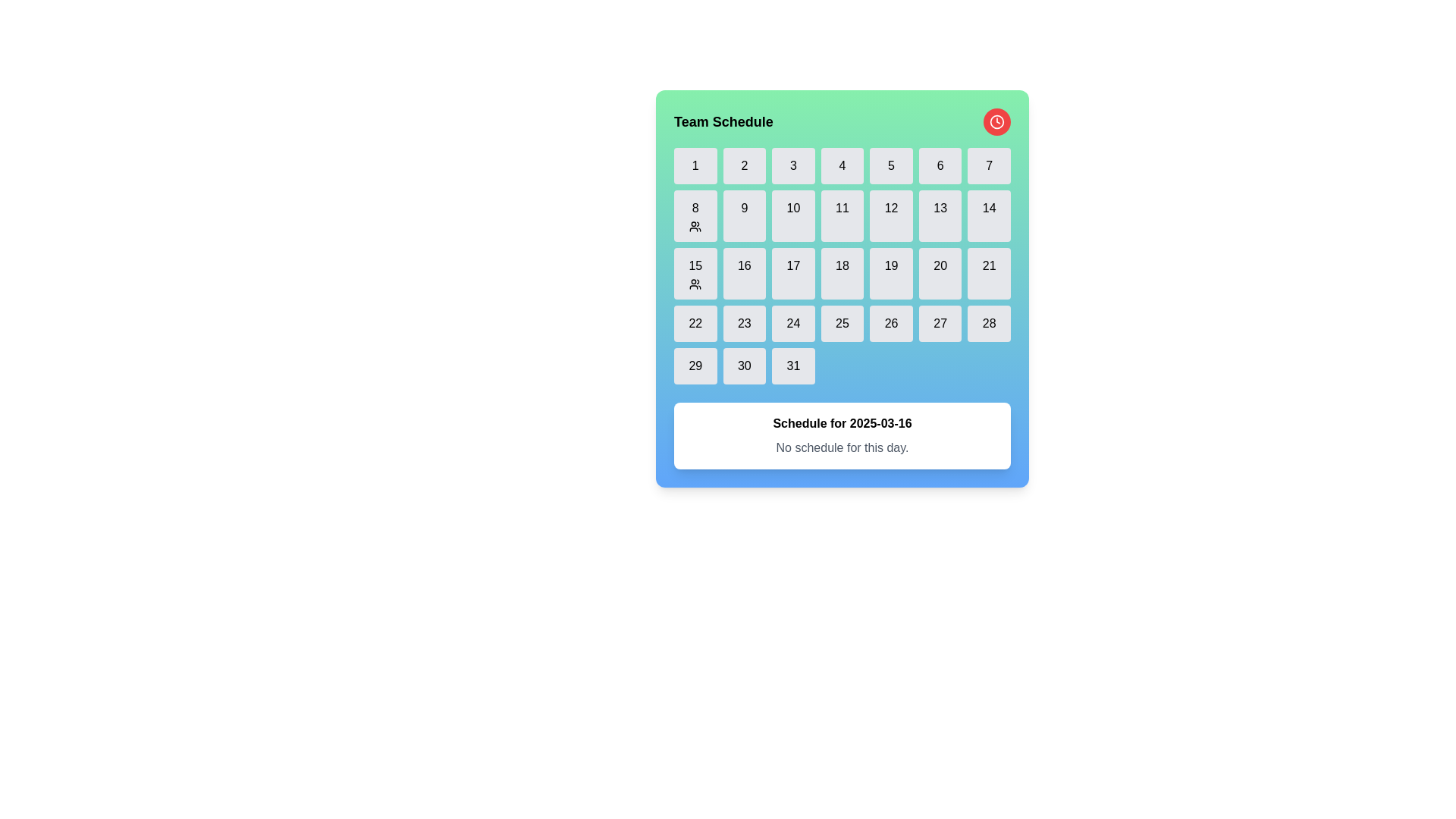 Image resolution: width=1456 pixels, height=819 pixels. I want to click on the interactive scheduling button located in the top-right corner of the 'Team Schedule' interface, next, so click(997, 121).